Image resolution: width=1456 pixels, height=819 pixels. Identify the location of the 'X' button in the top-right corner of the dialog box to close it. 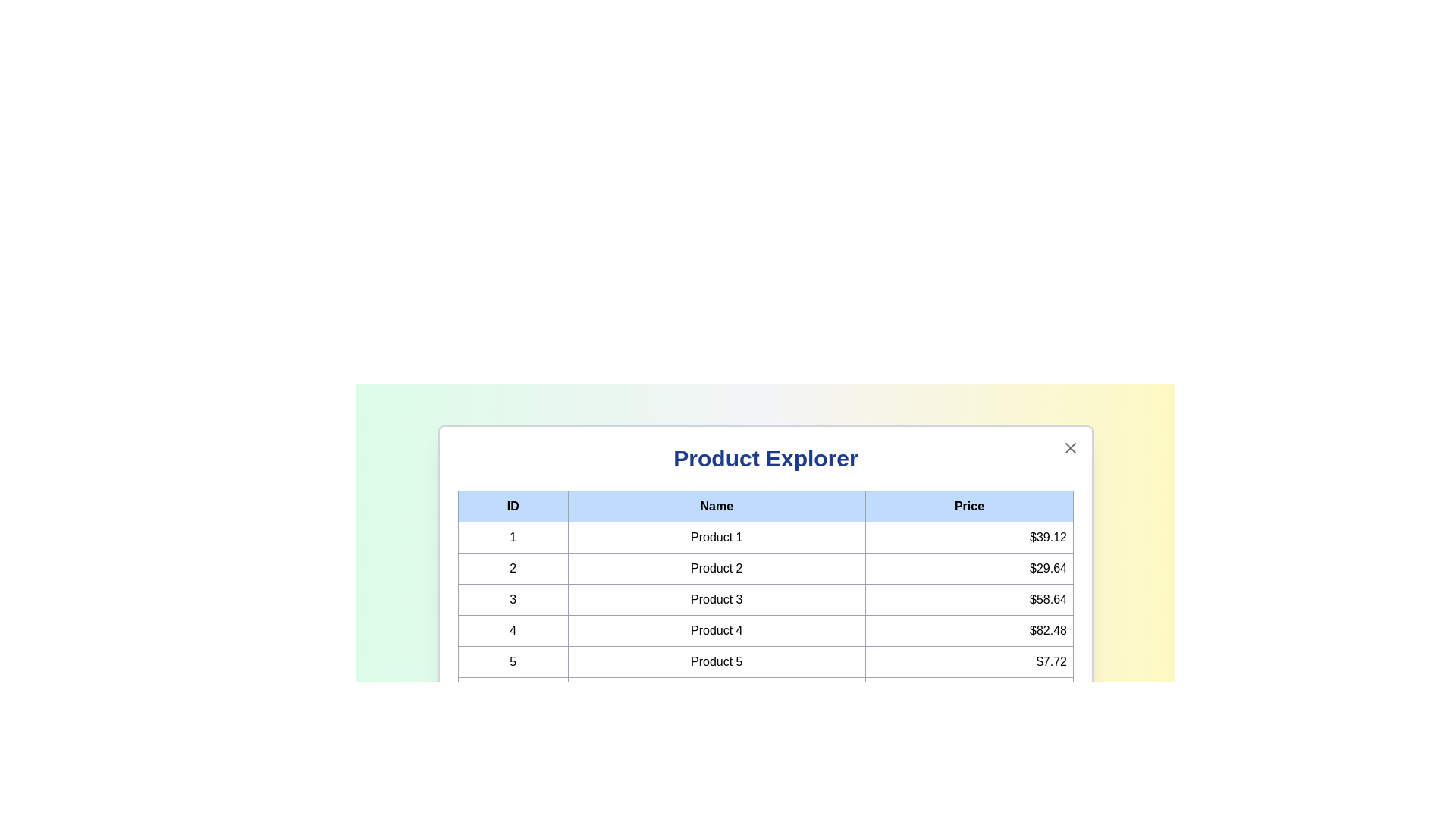
(1069, 447).